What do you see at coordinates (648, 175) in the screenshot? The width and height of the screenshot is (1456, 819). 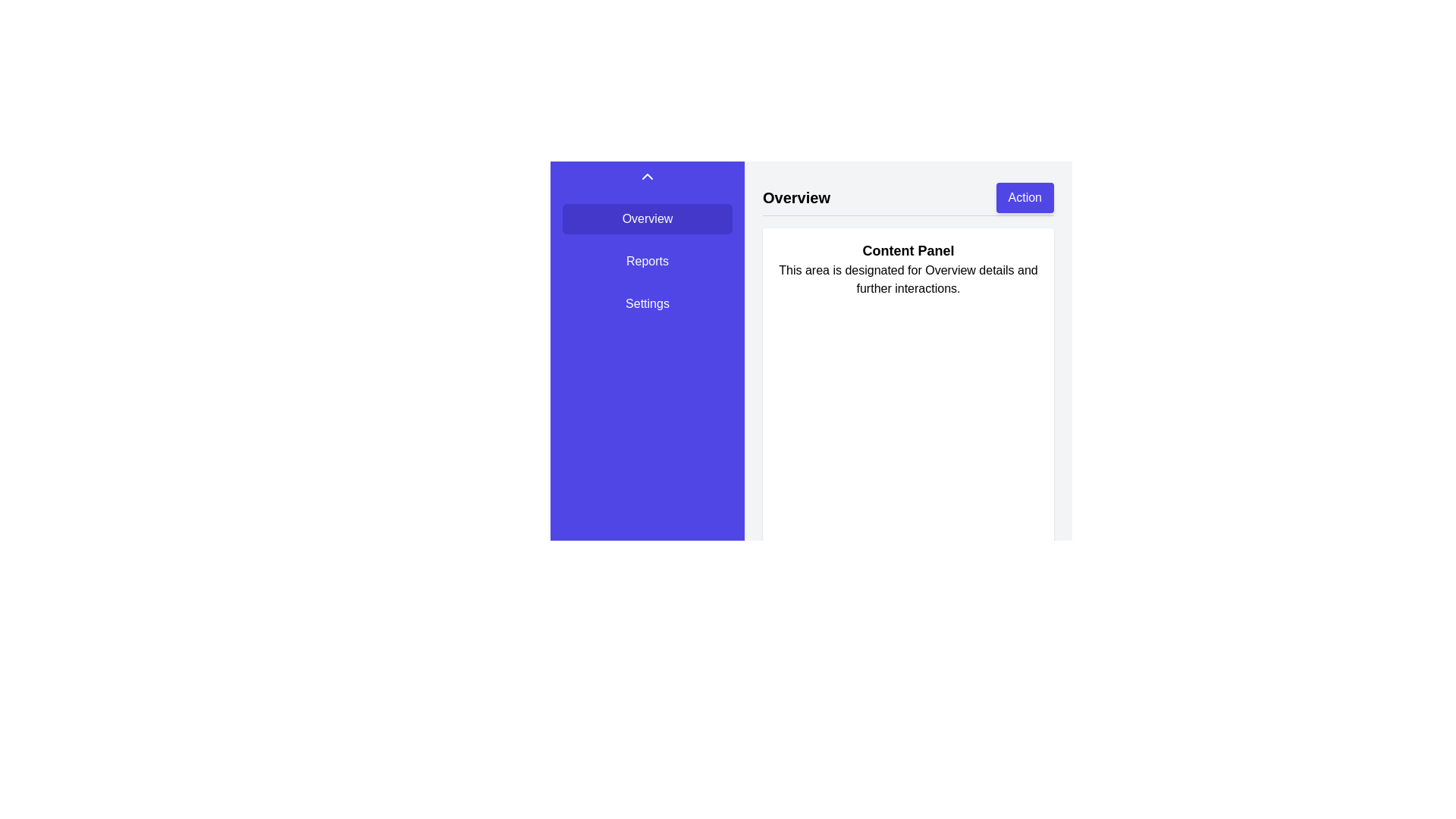 I see `the small upward-pointing chevron icon located at the top center of the purple navigation panel, which is styled in white against a solid purple background` at bounding box center [648, 175].